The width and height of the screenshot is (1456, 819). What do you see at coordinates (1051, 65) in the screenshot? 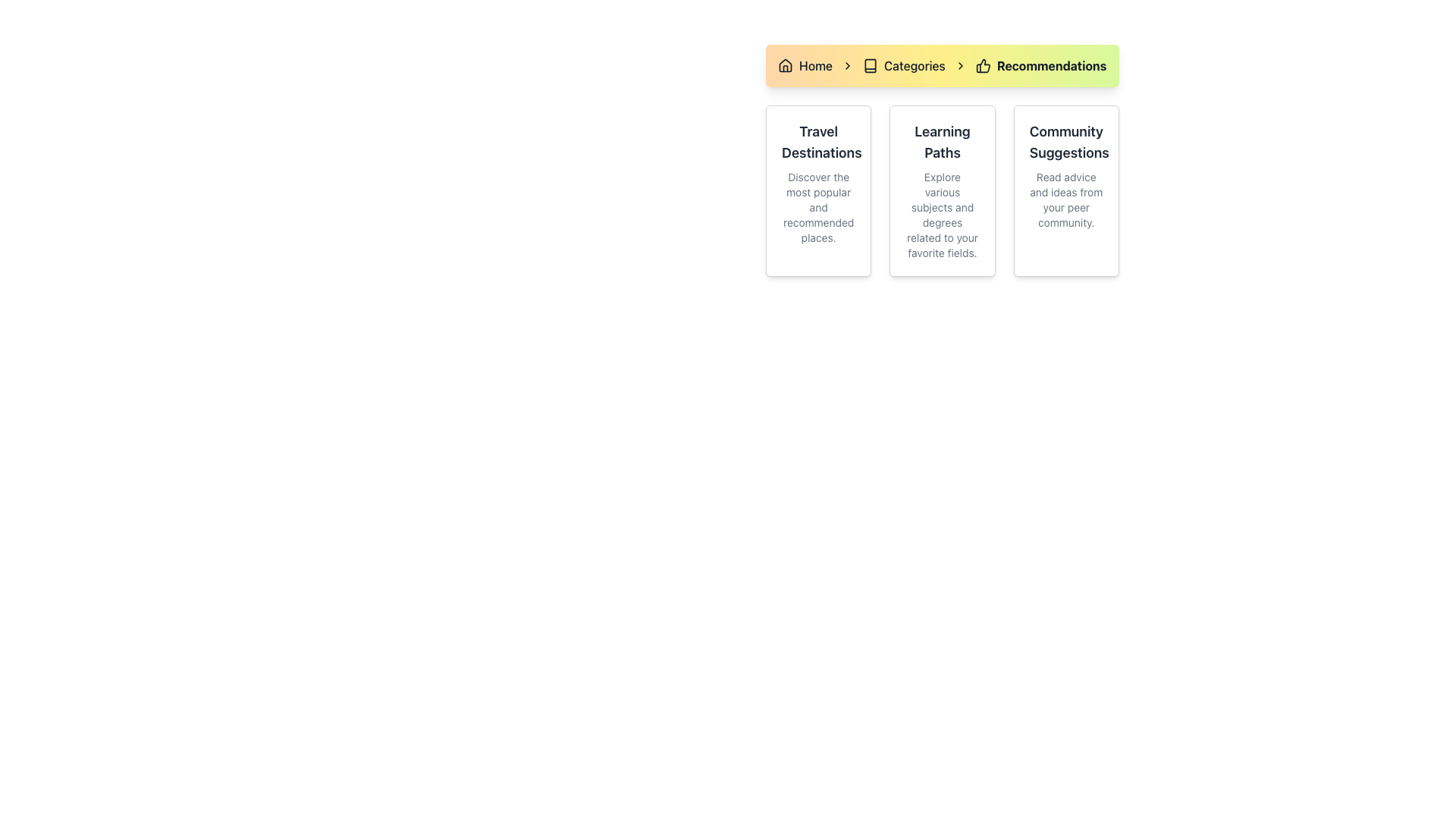
I see `the content of the Text Label that serves as a breadcrumb indicator, located at the end of the breadcrumb navigation bar, following the thumbs-up icon` at bounding box center [1051, 65].